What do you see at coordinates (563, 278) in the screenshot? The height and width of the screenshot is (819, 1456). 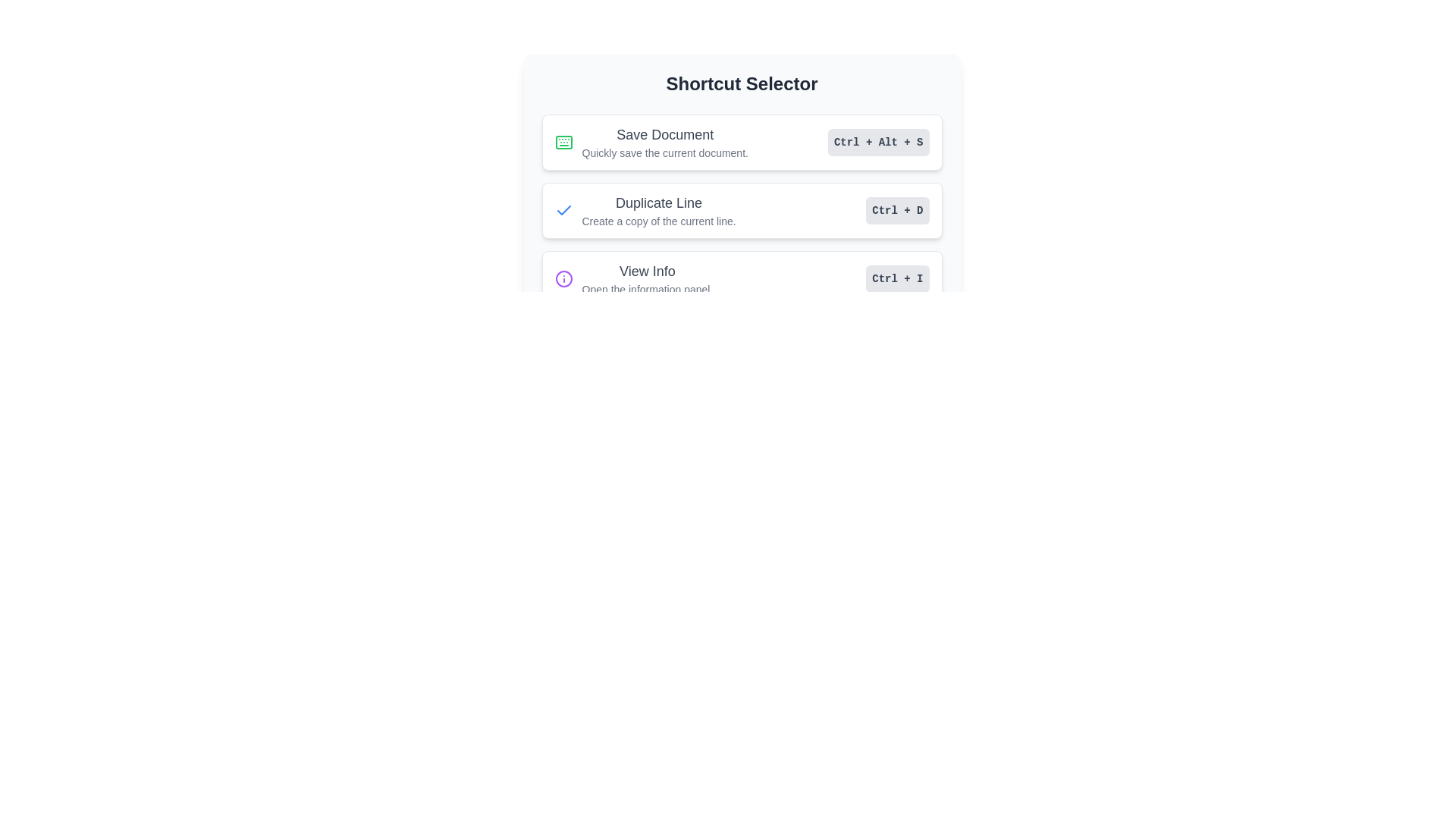 I see `the circular icon with a purple outline located in the 'View Info' button, which is positioned beneath the 'Duplicate Line' button` at bounding box center [563, 278].